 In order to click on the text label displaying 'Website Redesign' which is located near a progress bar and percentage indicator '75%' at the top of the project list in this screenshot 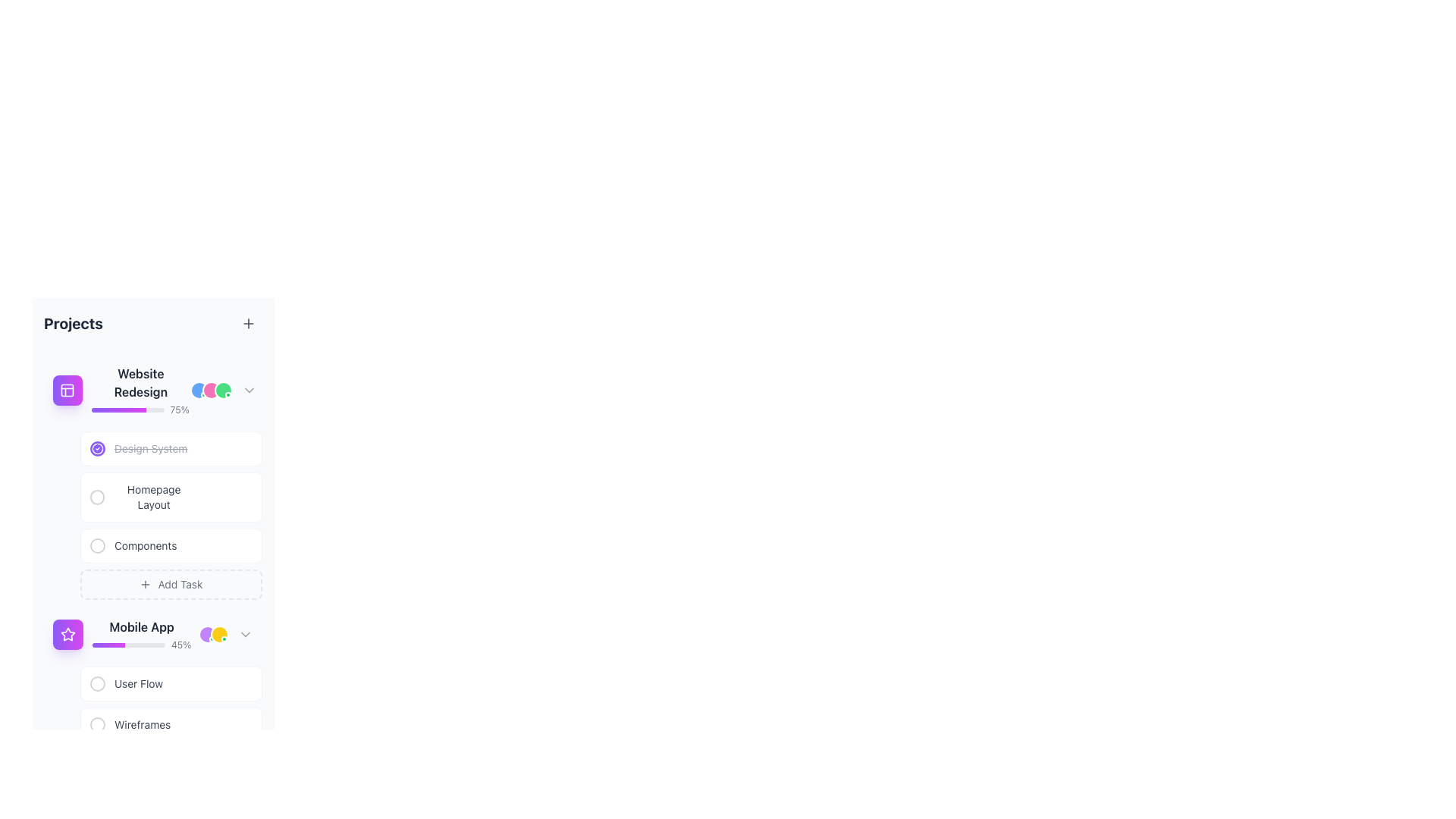, I will do `click(121, 390)`.